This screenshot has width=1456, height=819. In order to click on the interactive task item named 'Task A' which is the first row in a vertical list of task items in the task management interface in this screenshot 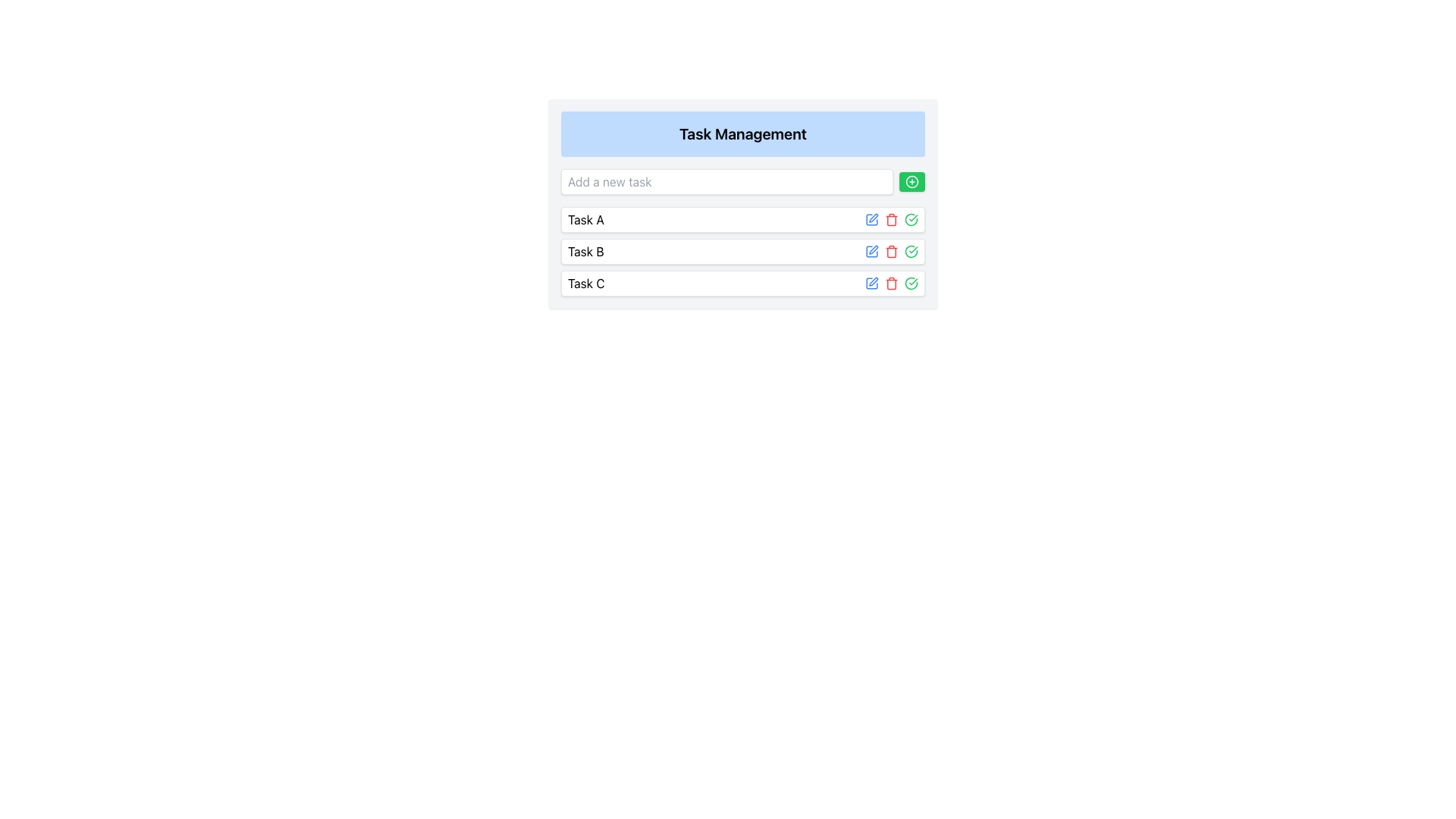, I will do `click(742, 219)`.